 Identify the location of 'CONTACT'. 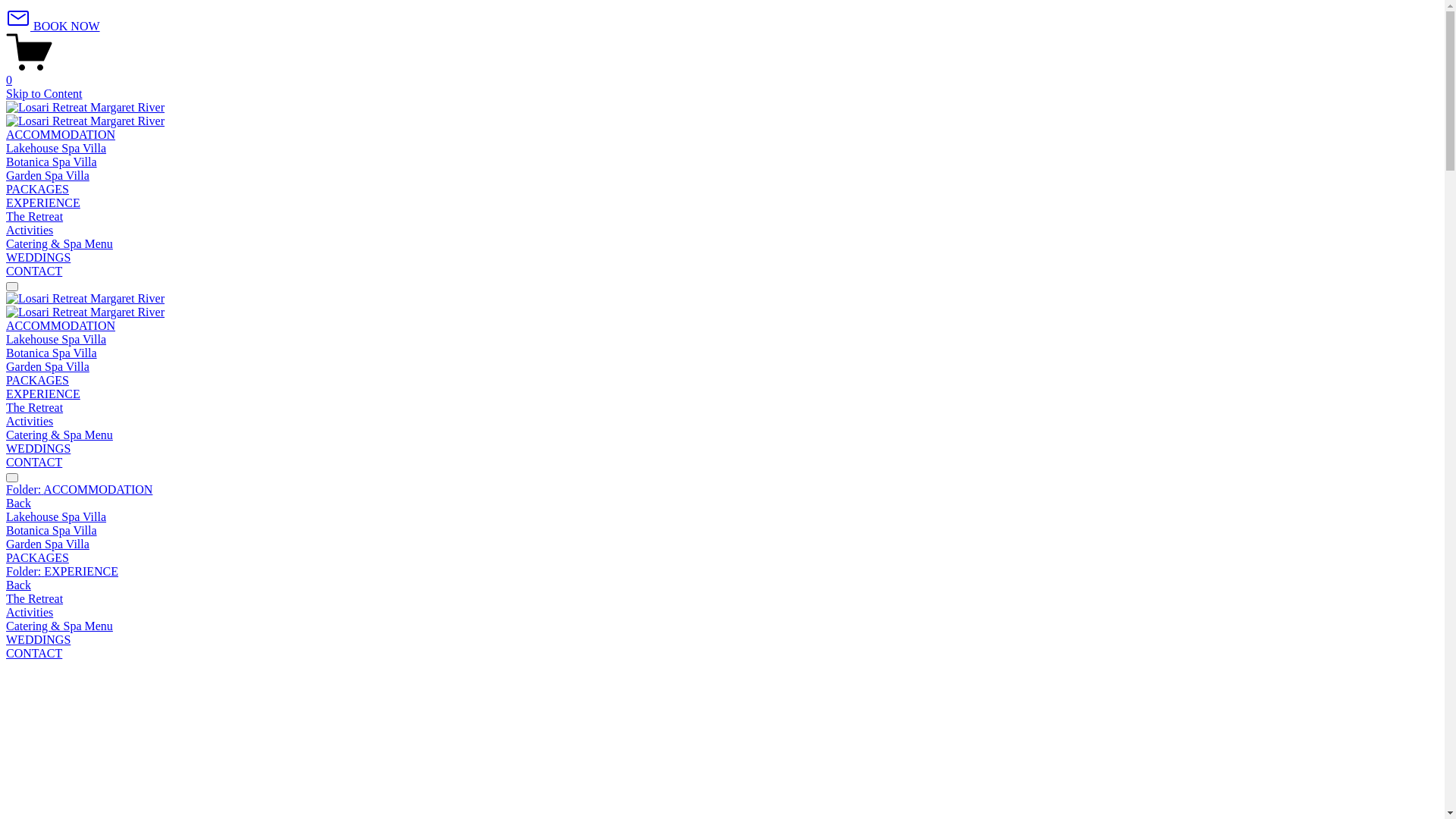
(33, 461).